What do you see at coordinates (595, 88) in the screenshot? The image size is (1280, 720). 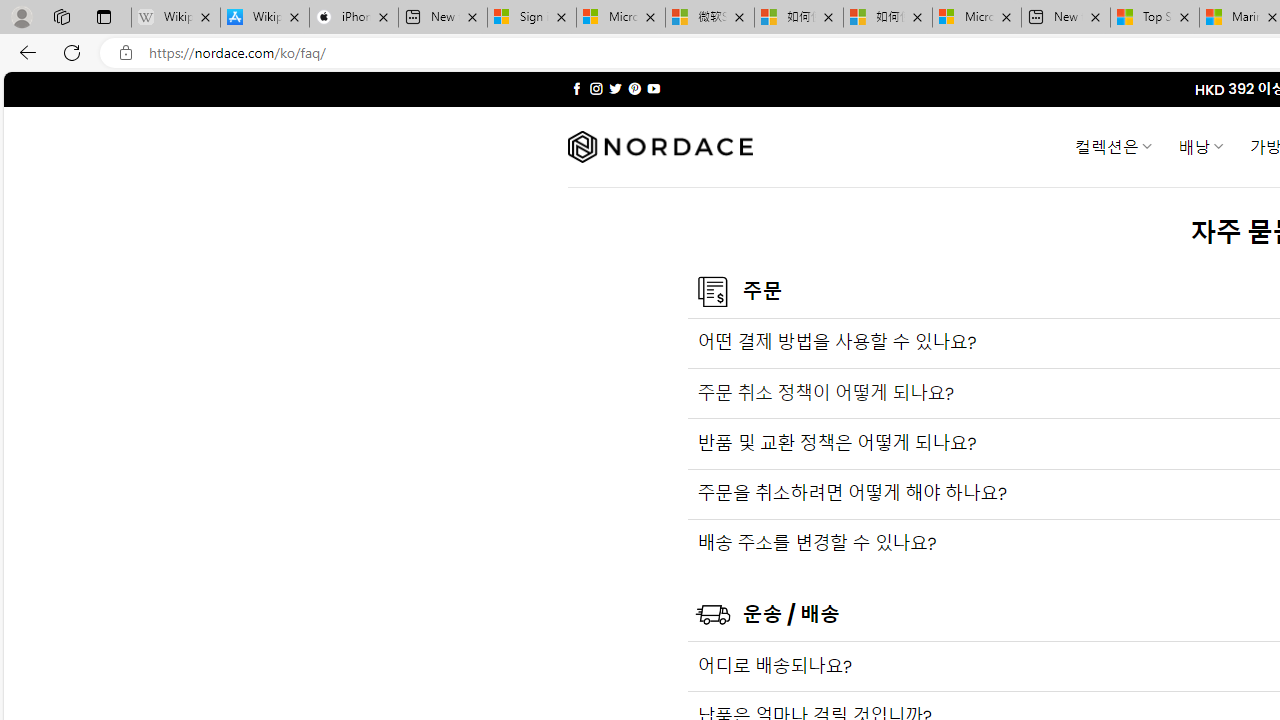 I see `'Follow on Instagram'` at bounding box center [595, 88].